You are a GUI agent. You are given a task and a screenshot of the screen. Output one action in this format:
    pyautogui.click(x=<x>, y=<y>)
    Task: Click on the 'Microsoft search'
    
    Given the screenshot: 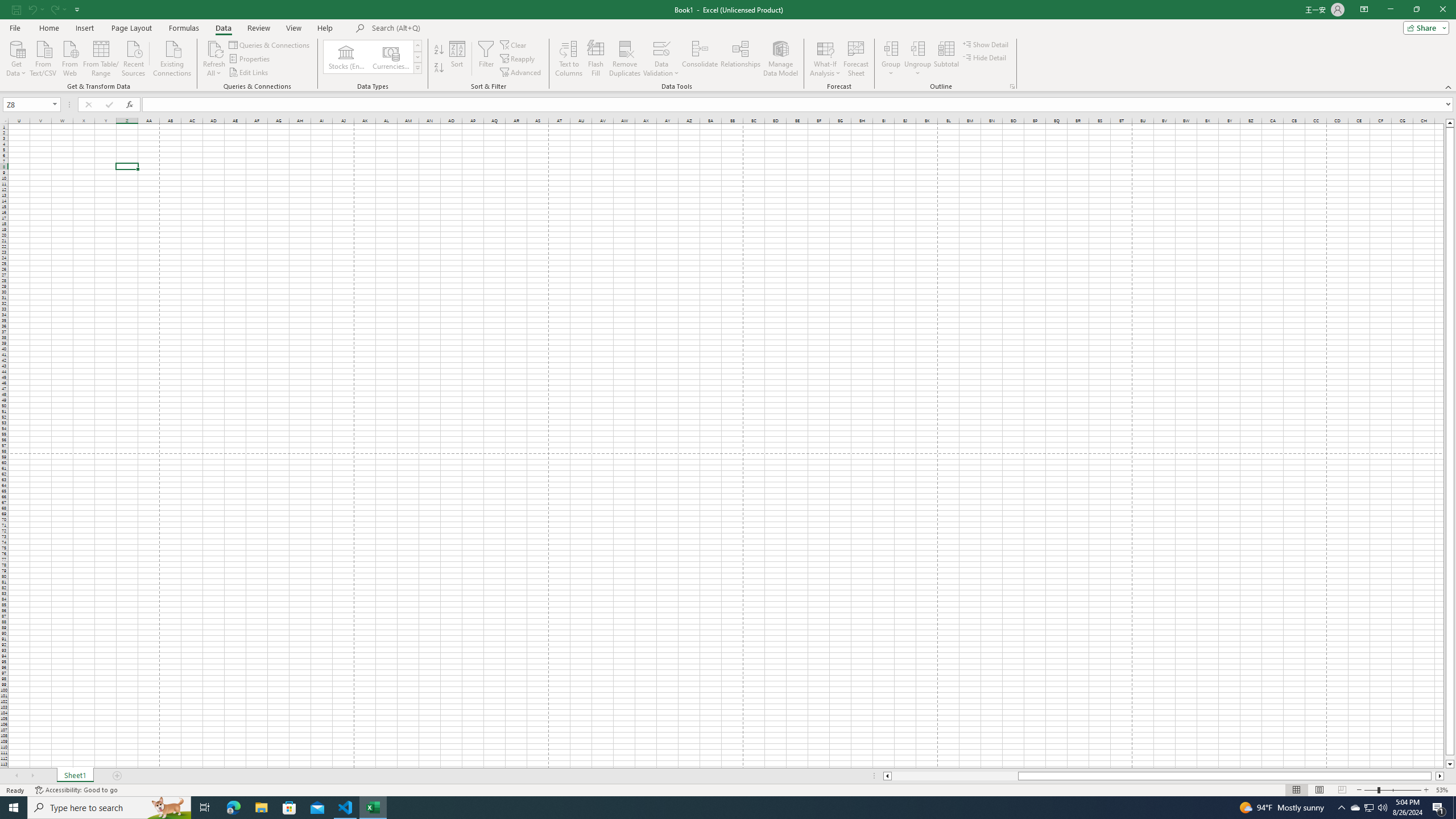 What is the action you would take?
    pyautogui.click(x=450, y=28)
    